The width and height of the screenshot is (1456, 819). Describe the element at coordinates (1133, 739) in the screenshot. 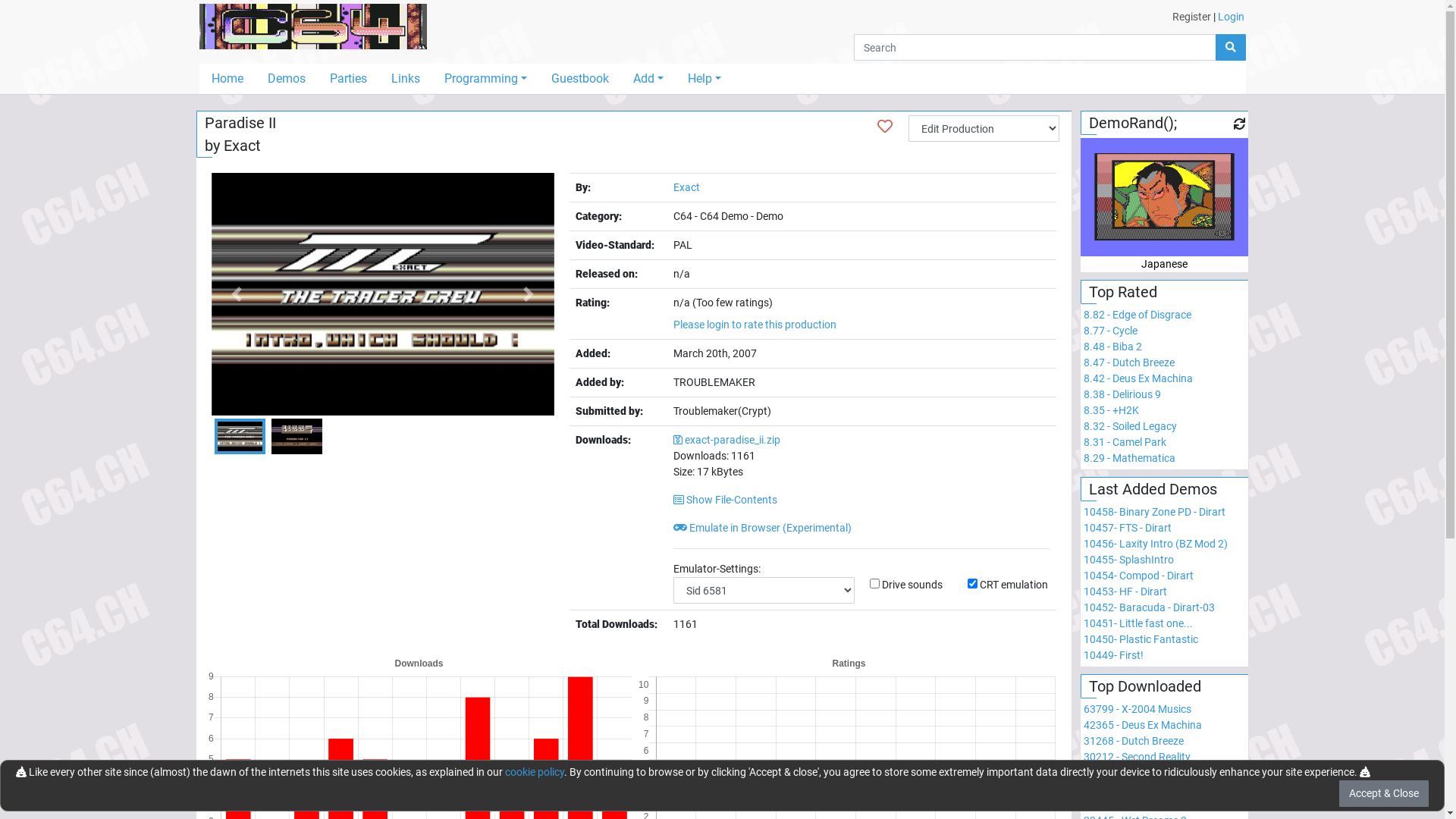

I see `'31268 - Dutch Breeze'` at that location.